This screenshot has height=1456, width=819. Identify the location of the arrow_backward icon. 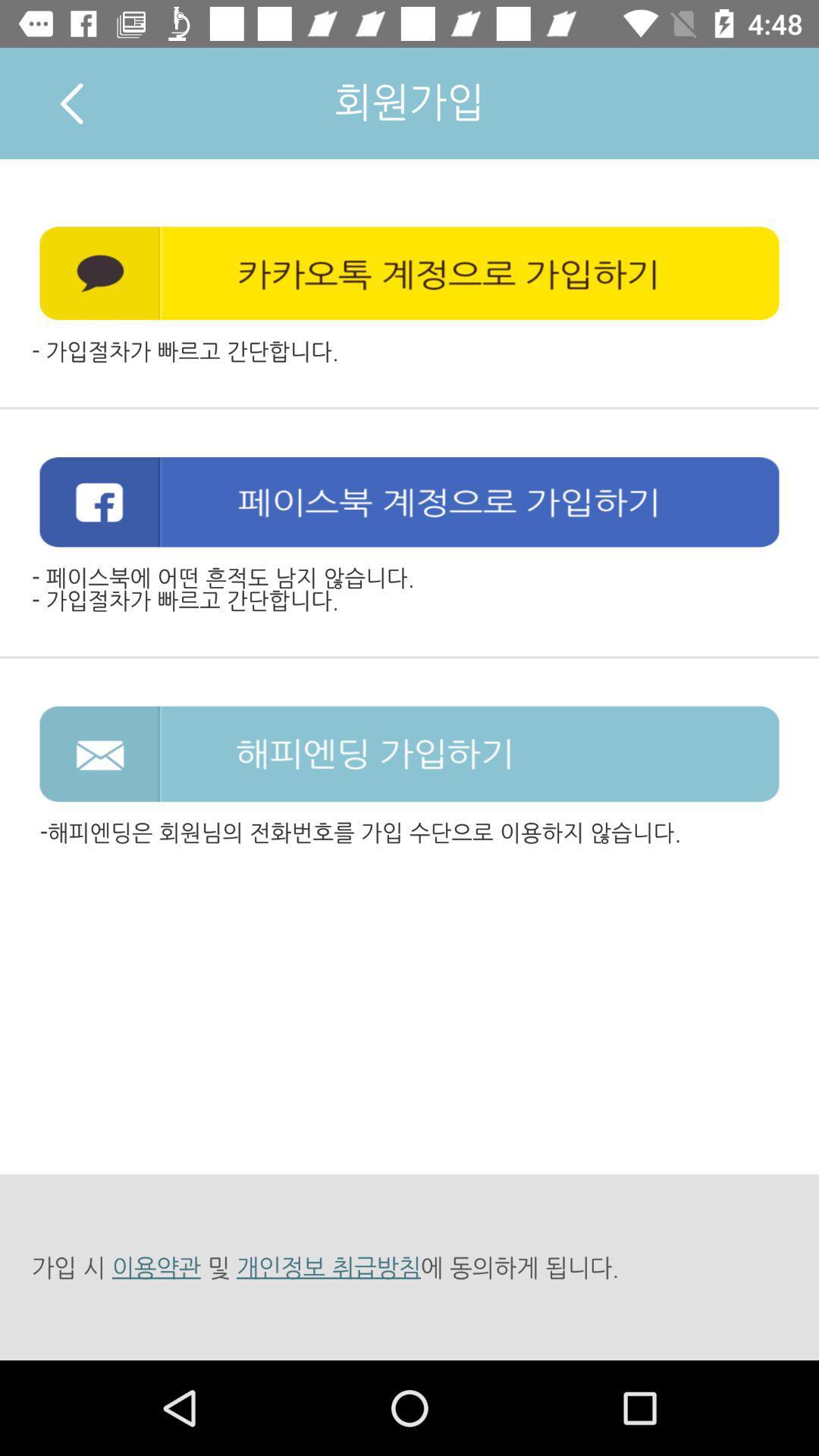
(71, 102).